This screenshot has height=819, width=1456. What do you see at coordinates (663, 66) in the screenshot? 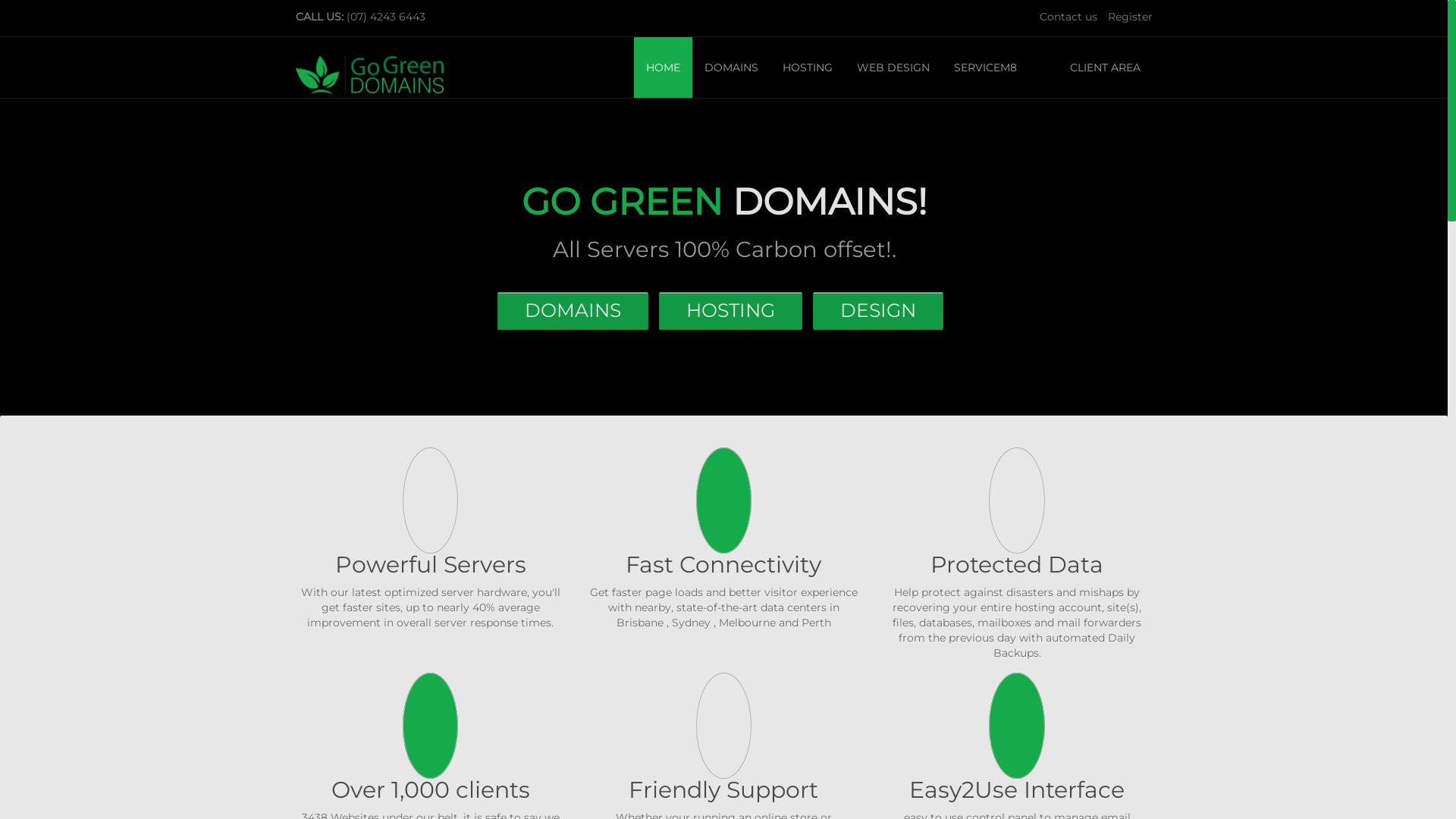
I see `'HOME'` at bounding box center [663, 66].